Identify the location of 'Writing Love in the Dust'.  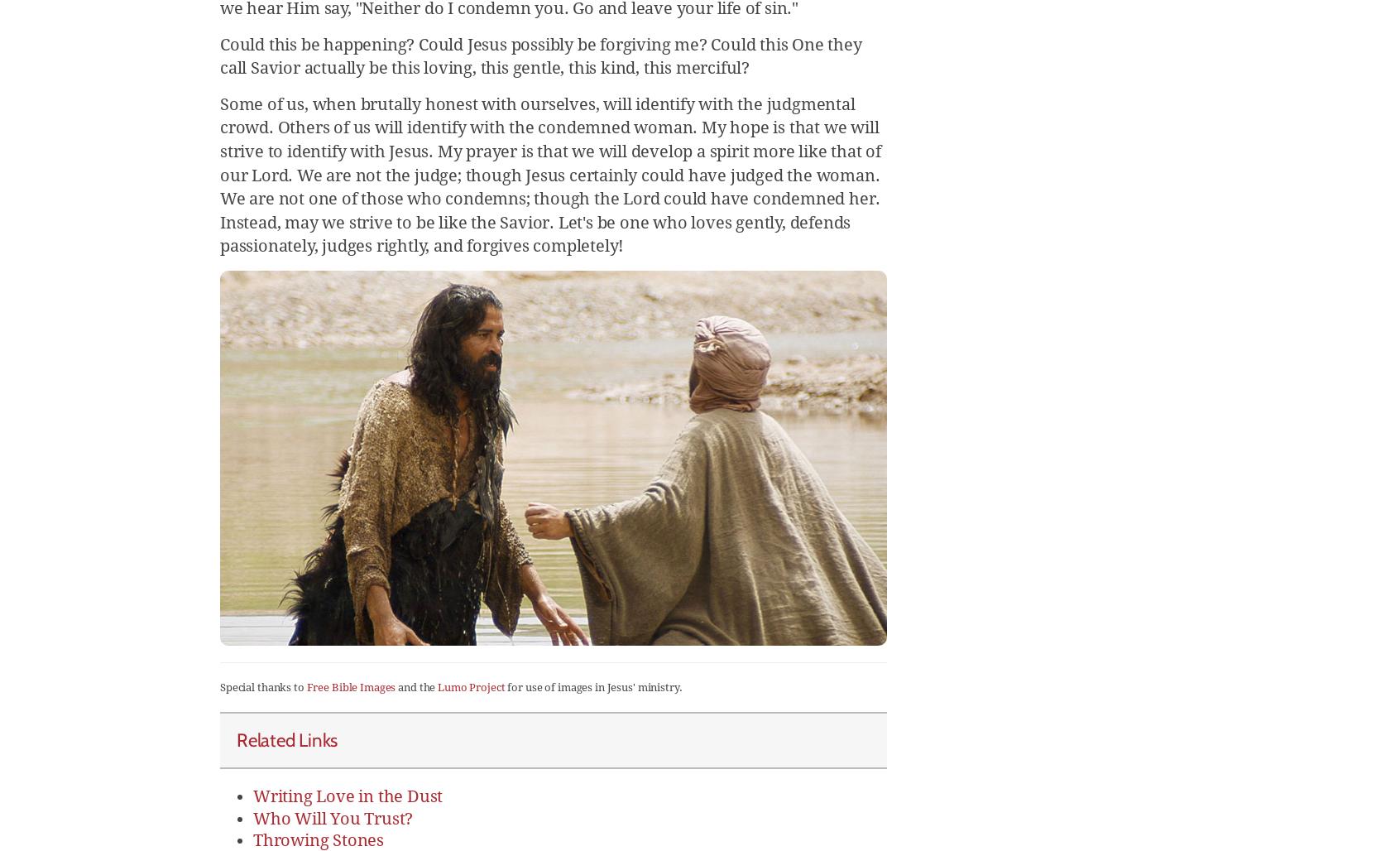
(348, 795).